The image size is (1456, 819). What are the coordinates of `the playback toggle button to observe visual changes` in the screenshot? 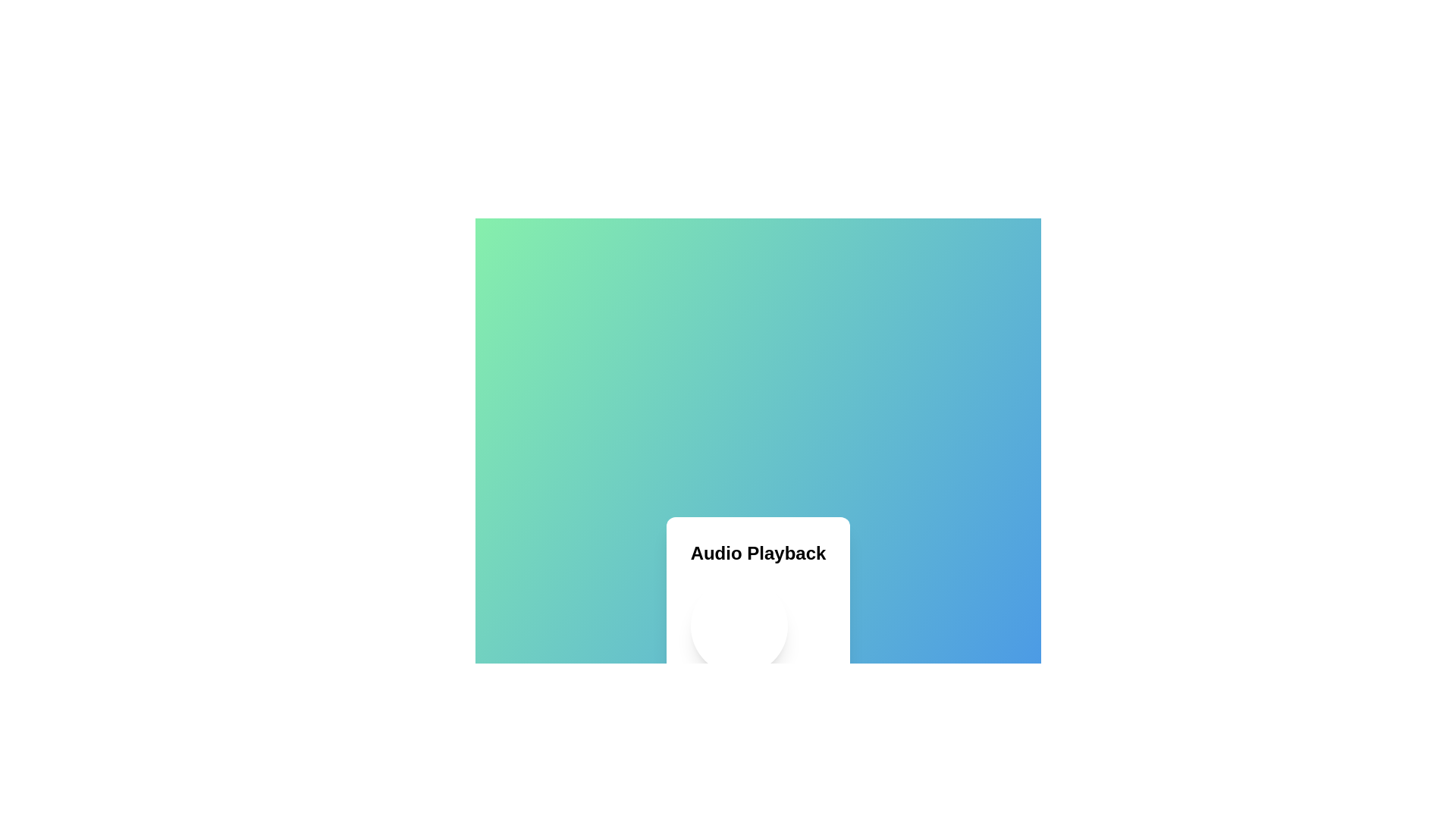 It's located at (739, 626).